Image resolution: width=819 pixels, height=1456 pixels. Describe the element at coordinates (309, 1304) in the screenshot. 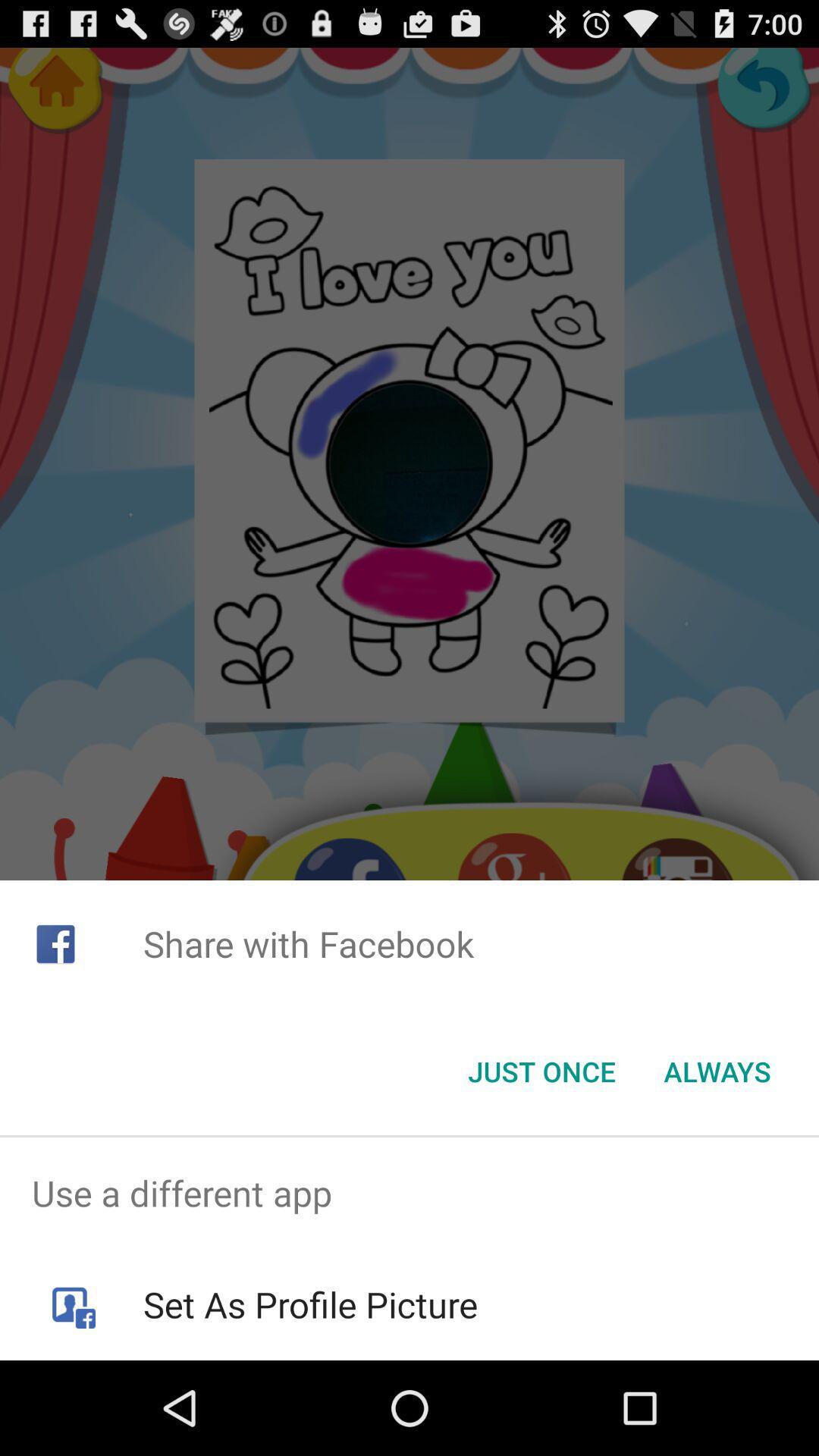

I see `the set as profile icon` at that location.